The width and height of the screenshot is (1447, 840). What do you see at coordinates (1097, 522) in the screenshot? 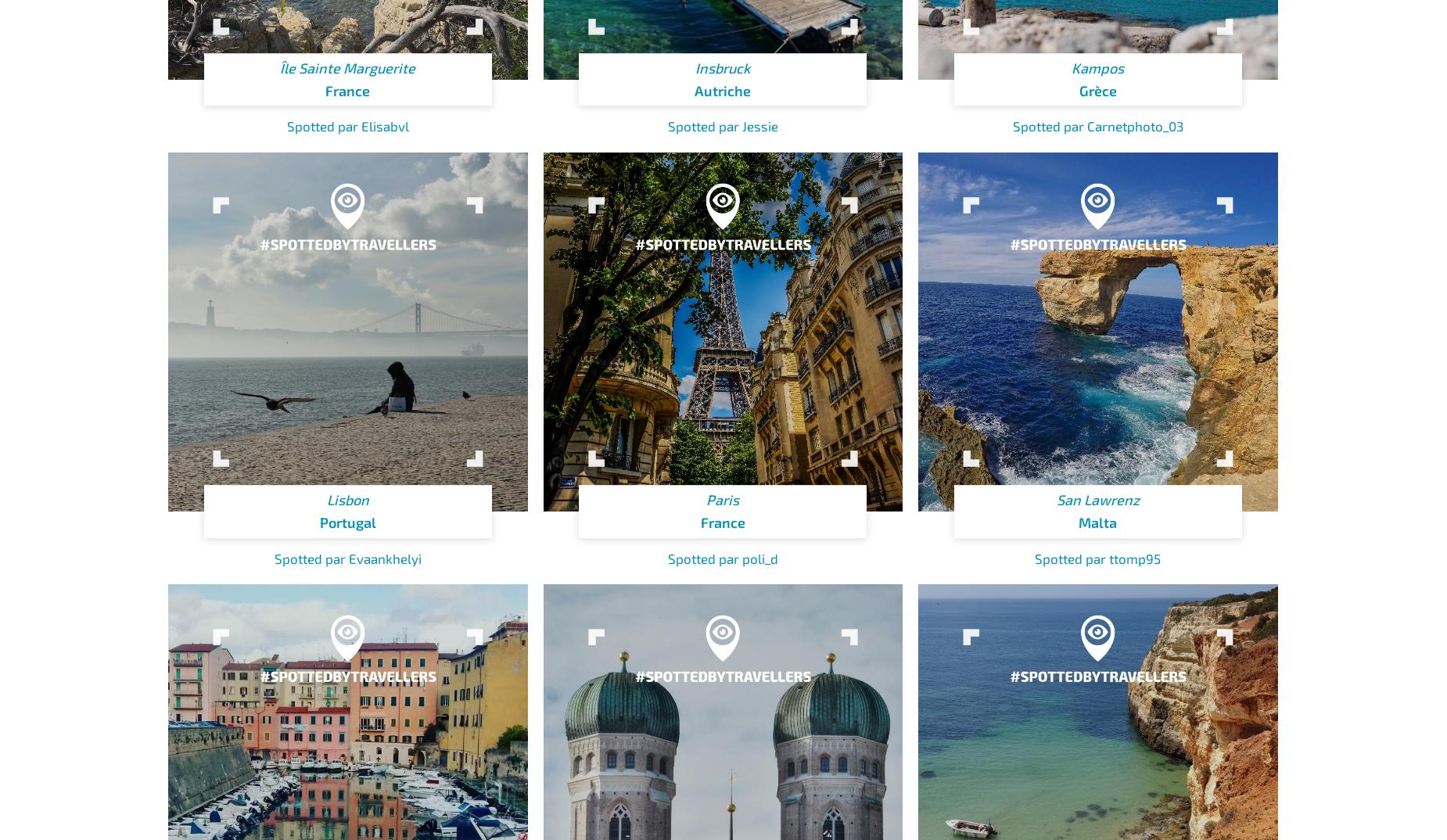
I see `'Malta'` at bounding box center [1097, 522].